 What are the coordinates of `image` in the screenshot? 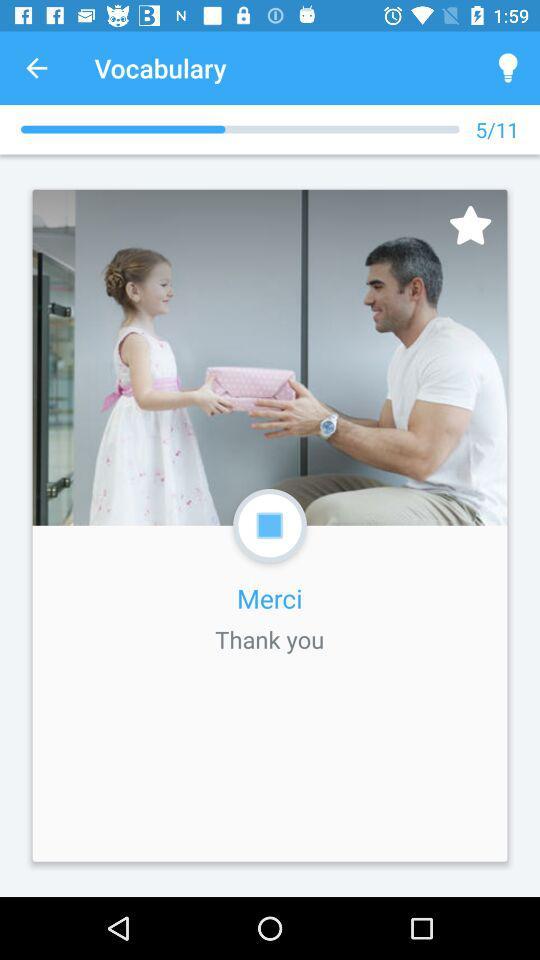 It's located at (470, 225).